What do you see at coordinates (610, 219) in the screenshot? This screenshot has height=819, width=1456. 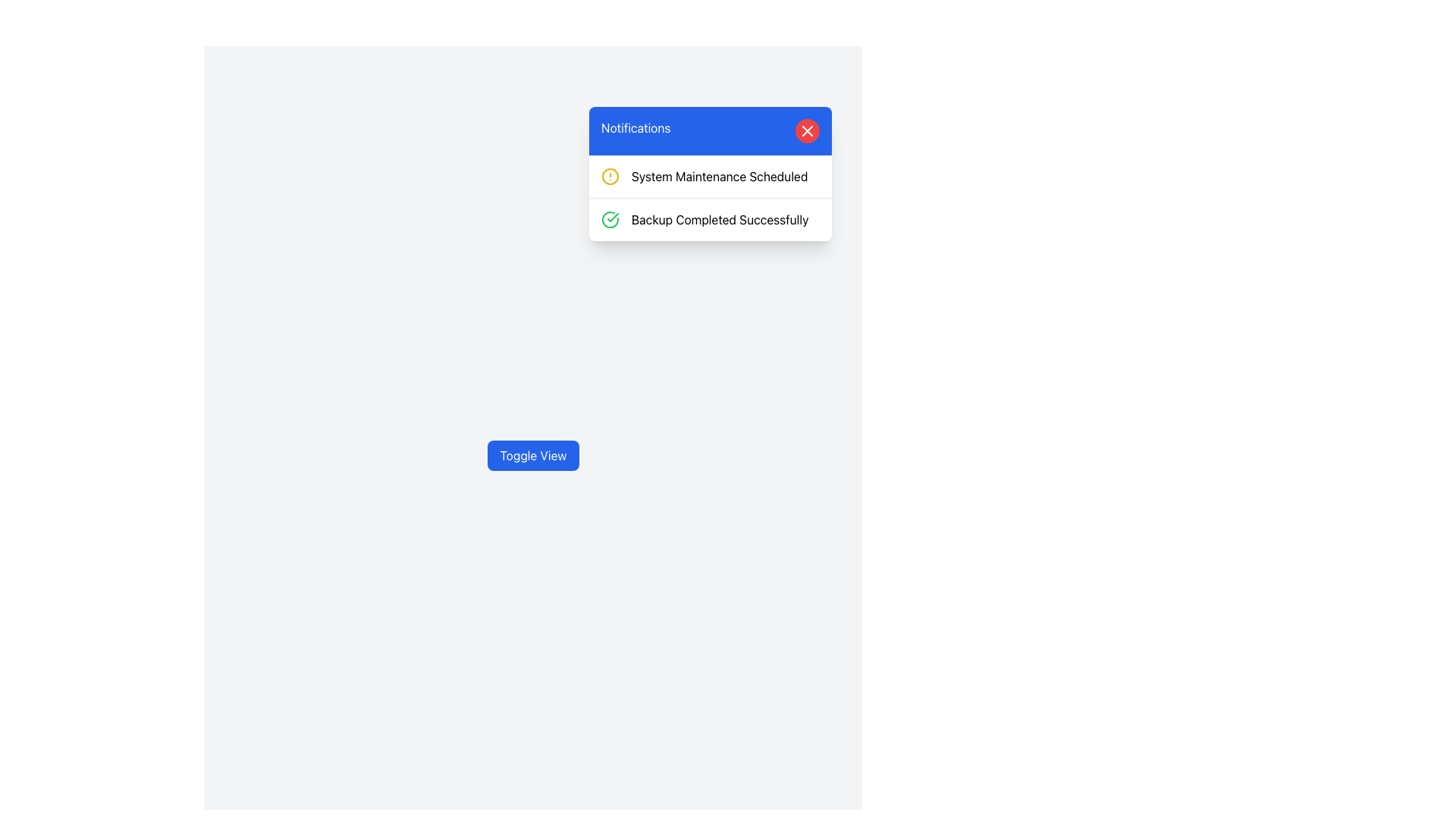 I see `the 'Backup Completed Successfully' icon that indicates the successful completion of the backup process` at bounding box center [610, 219].